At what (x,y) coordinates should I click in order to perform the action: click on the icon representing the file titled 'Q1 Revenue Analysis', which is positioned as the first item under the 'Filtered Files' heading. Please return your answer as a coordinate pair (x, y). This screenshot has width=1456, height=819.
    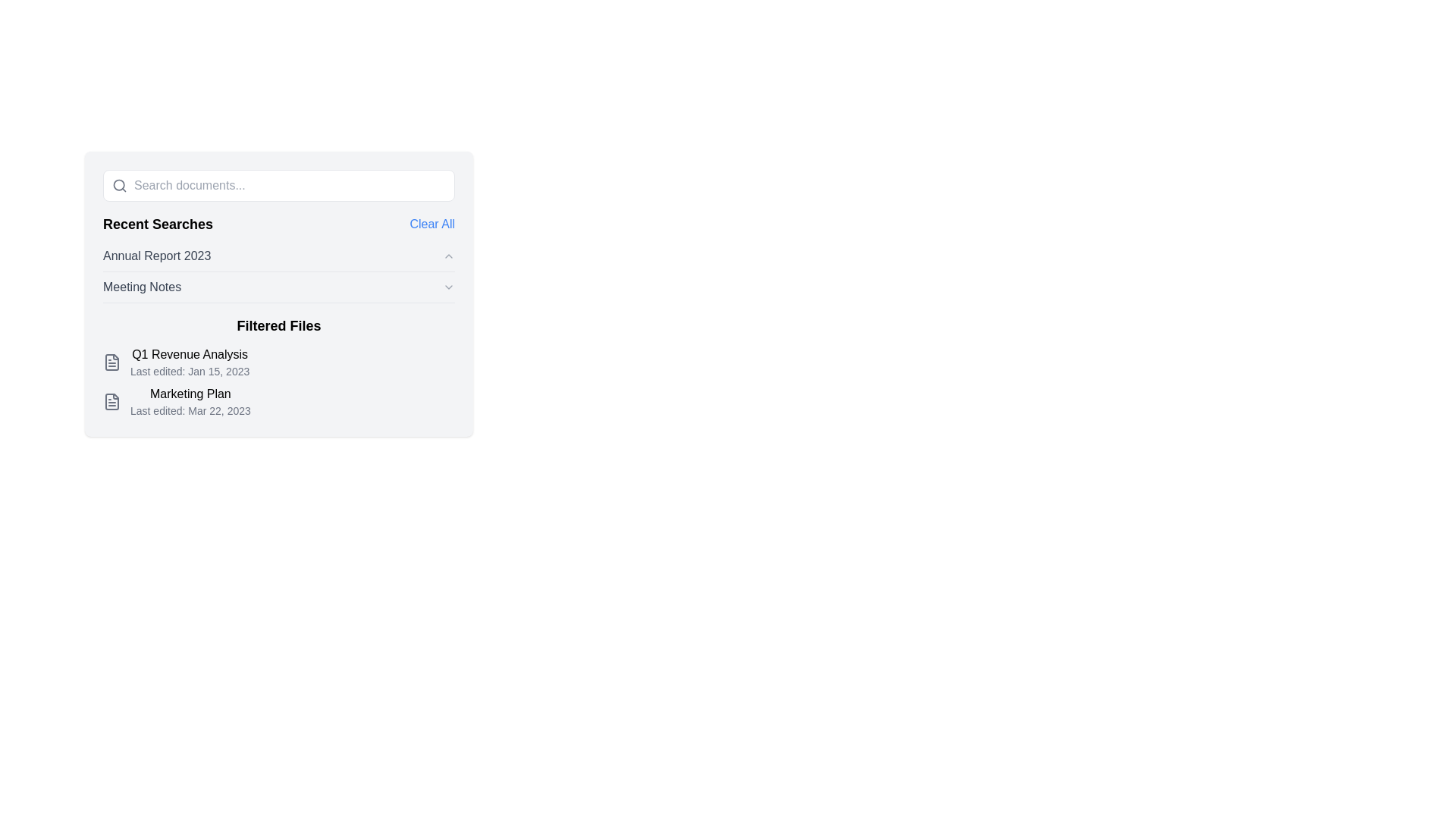
    Looking at the image, I should click on (111, 362).